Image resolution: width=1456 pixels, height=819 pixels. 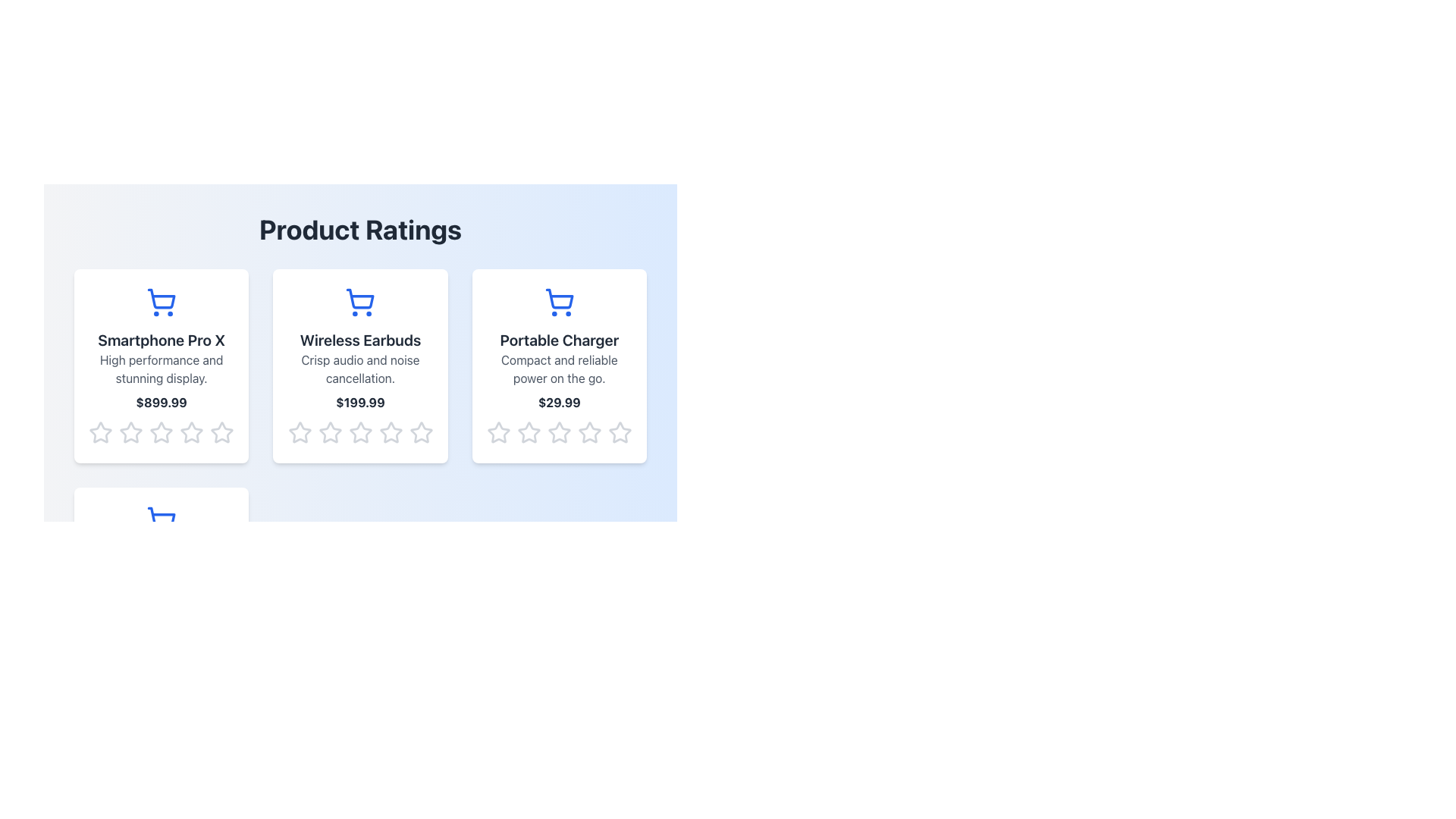 What do you see at coordinates (359, 432) in the screenshot?
I see `the fourth star-shaped icon with a hollow center in the rating scale under the 'Wireless Earbuds' product card` at bounding box center [359, 432].